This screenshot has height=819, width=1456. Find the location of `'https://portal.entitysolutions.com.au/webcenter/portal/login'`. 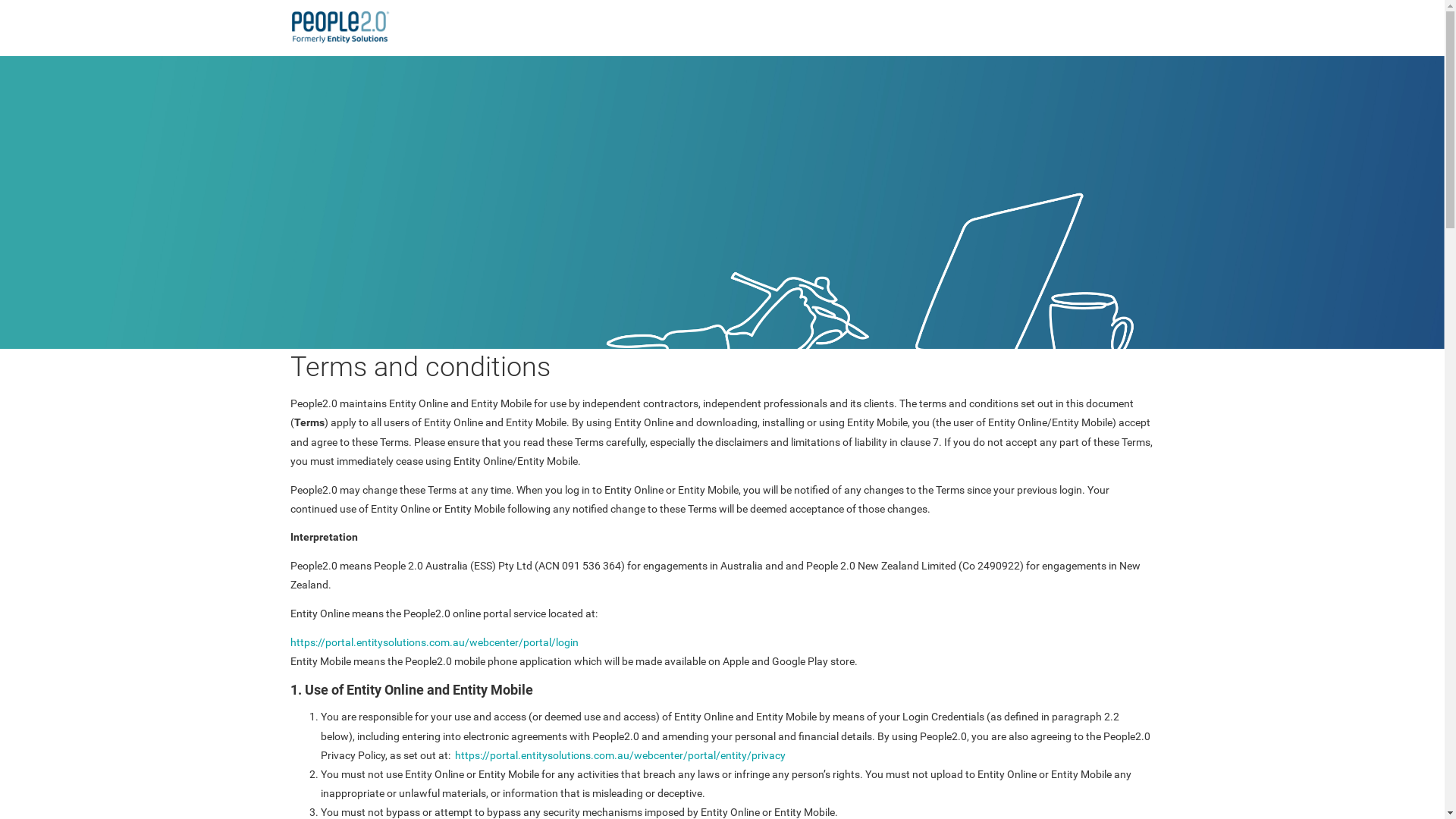

'https://portal.entitysolutions.com.au/webcenter/portal/login' is located at coordinates (432, 642).